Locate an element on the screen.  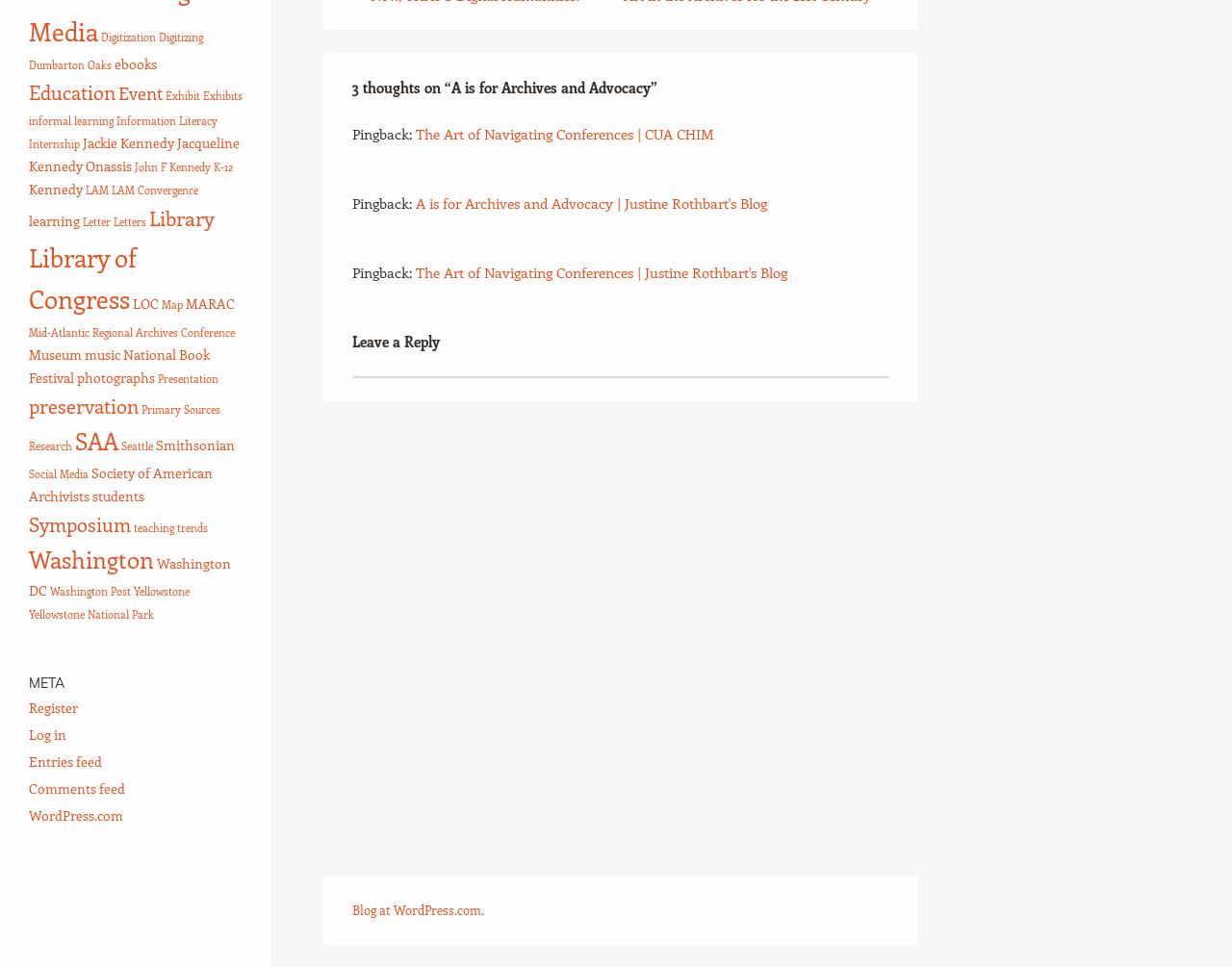
'Mid-Atlantic Regional Archives Conference' is located at coordinates (28, 333).